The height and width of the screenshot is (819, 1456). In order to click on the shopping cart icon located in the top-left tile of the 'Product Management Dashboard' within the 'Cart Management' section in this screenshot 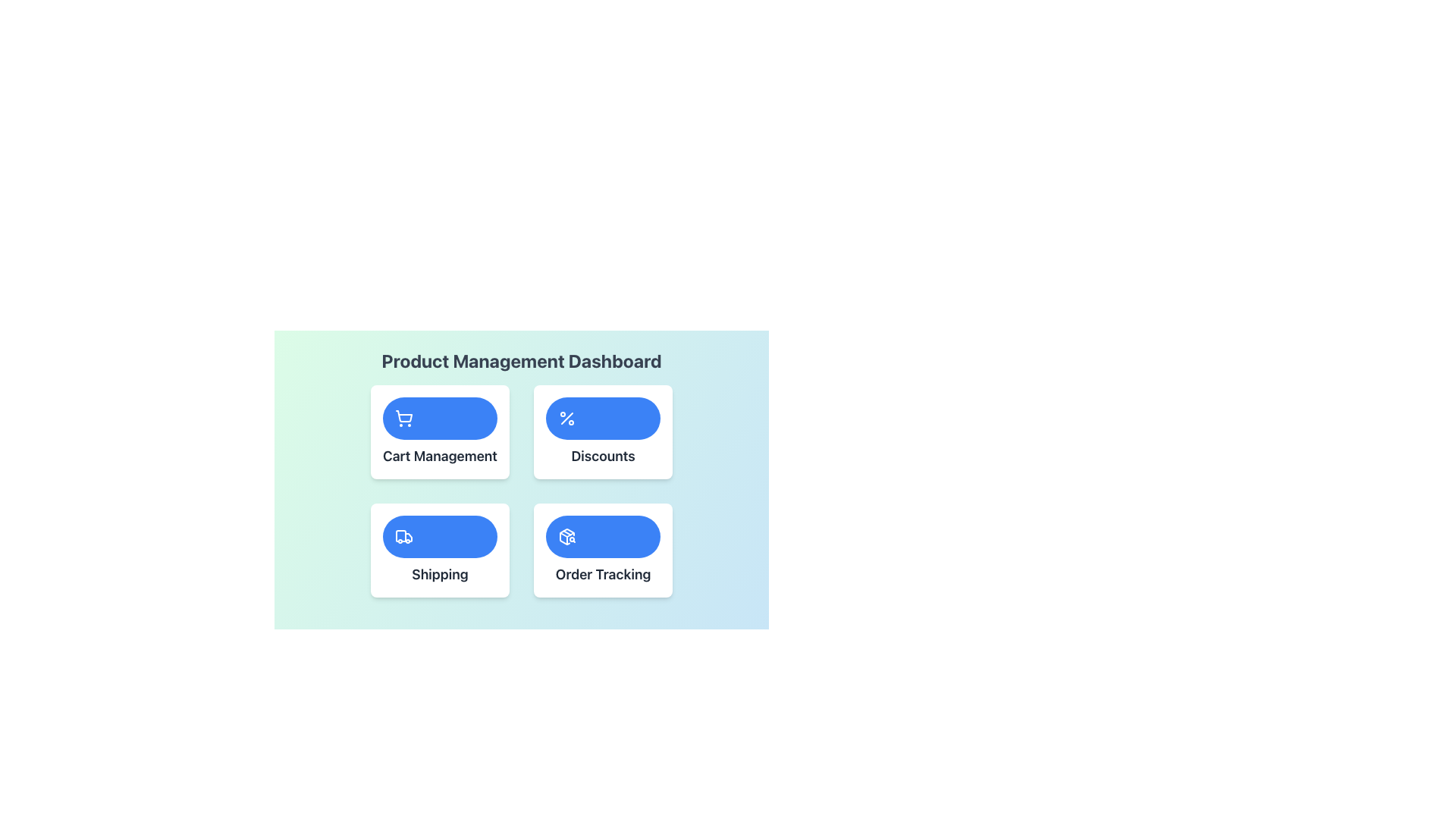, I will do `click(403, 416)`.